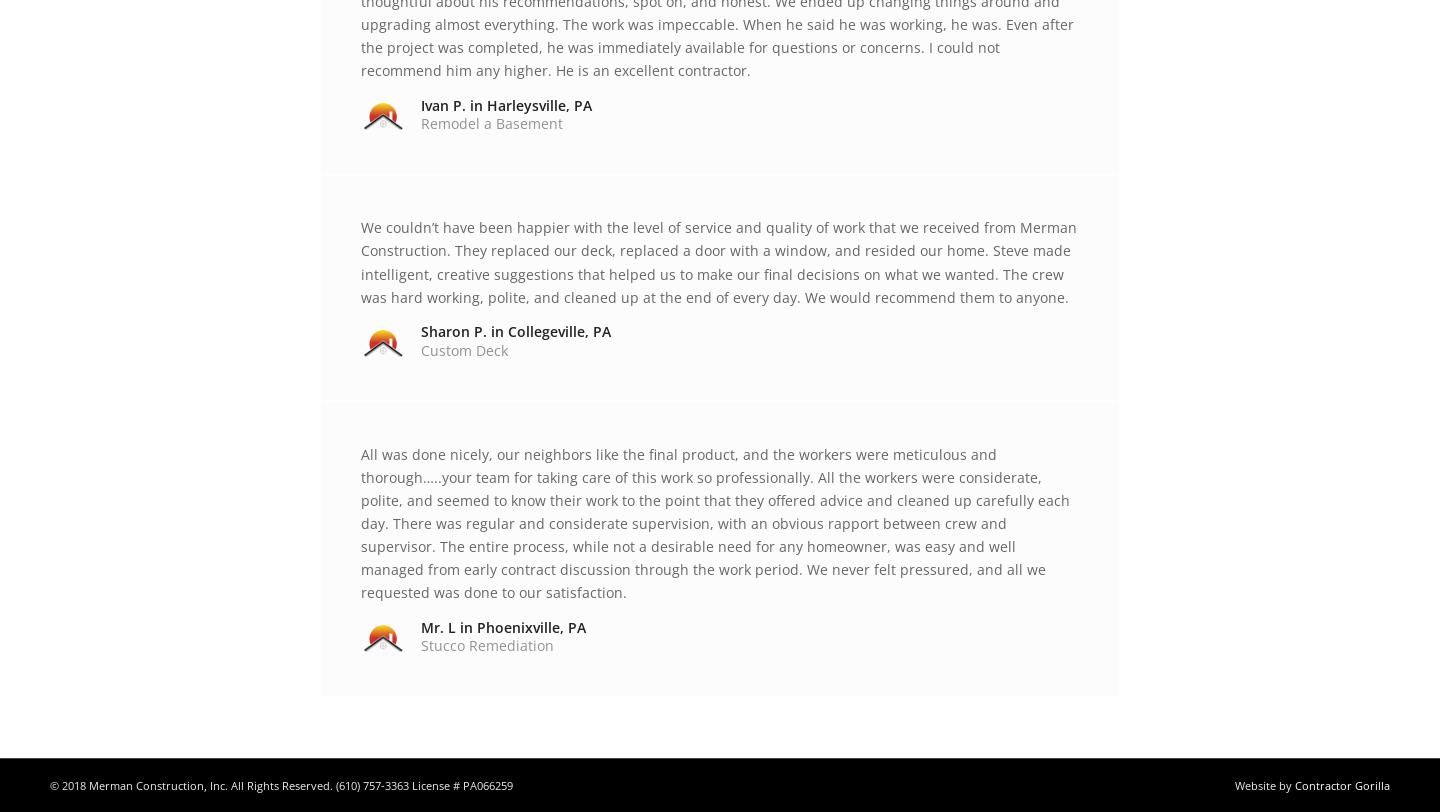  What do you see at coordinates (48, 784) in the screenshot?
I see `'© 2018 Merman Construction, Inc. All Rights Reserved. (610) 757-3363 License # PA066259'` at bounding box center [48, 784].